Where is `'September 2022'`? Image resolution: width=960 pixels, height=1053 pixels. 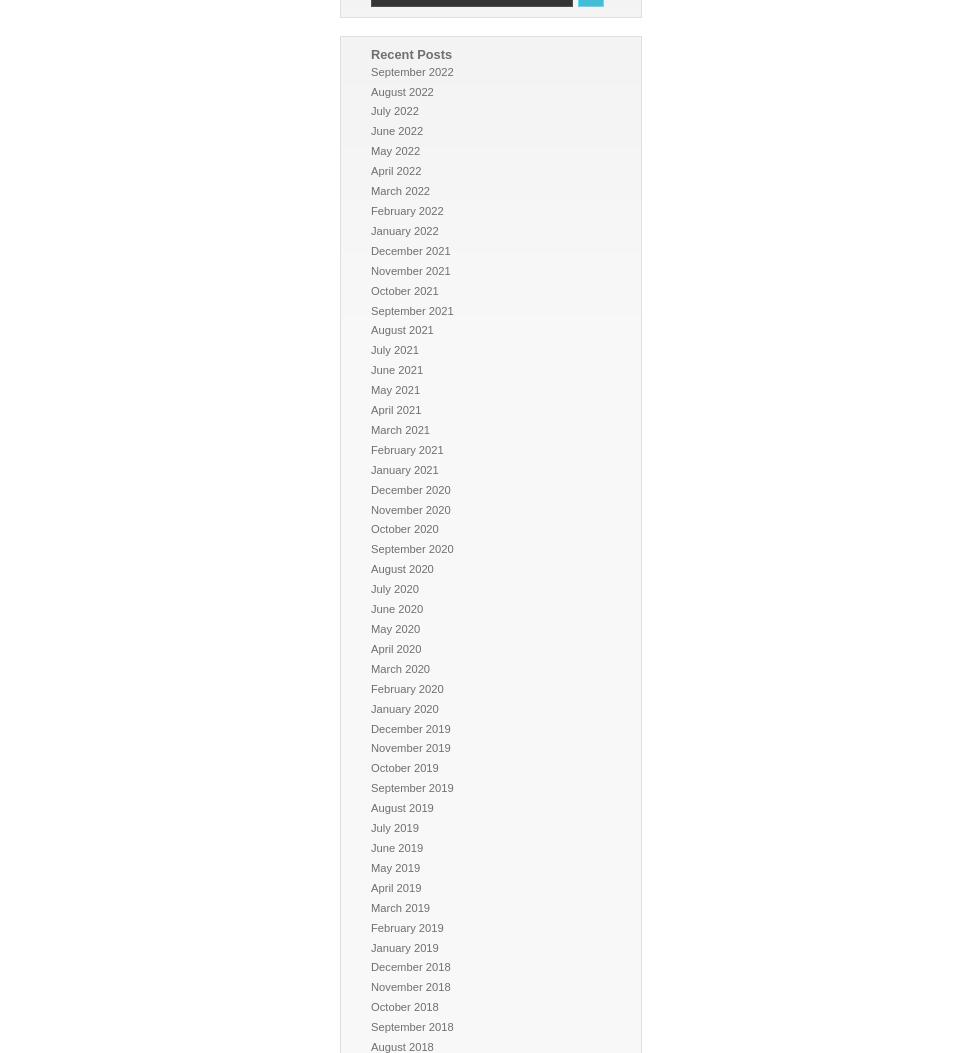 'September 2022' is located at coordinates (411, 69).